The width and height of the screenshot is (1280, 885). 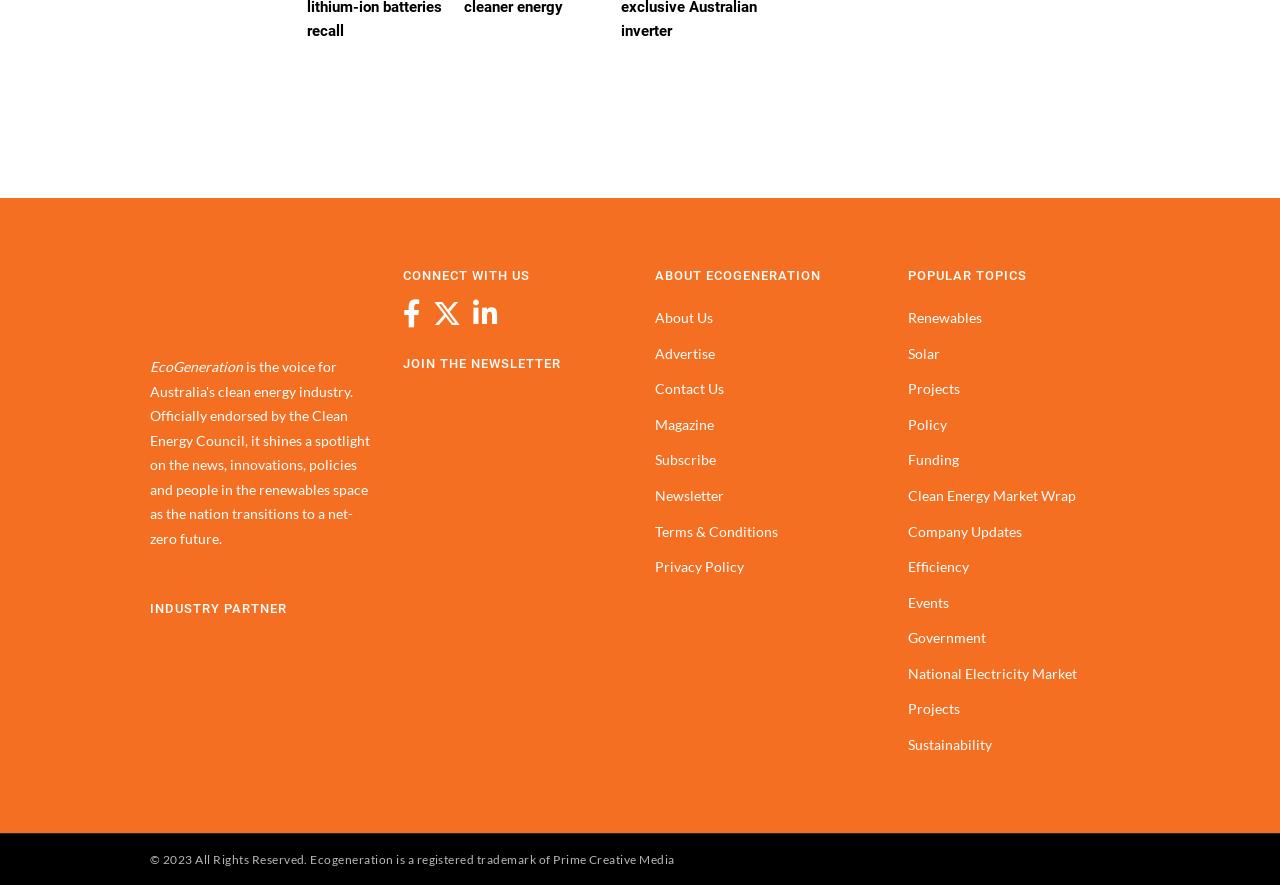 I want to click on 'Efficiency', so click(x=936, y=566).